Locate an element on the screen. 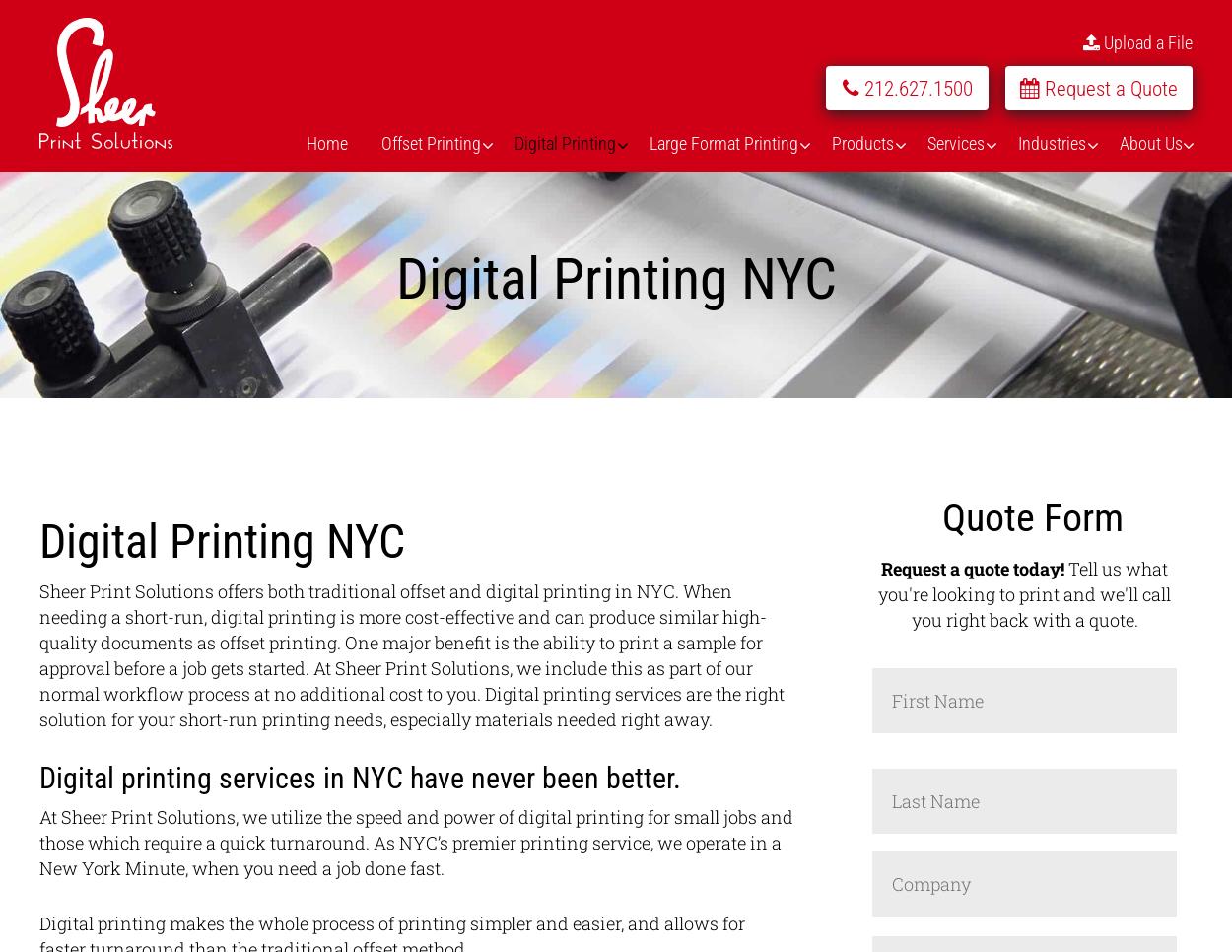 The image size is (1232, 952). 'Sheer Print Solutions offers both traditional offset and digital printing in NYC. When needing a short-run, digital printing is more cost-effective and can produce similar high-quality documents as offset printing. One major benefit is the ability to print a sample for approval before a job gets started. At Sheer Print Solutions, we include this as part of our normal workflow process at no additional cost to you. Digital printing services are the right solution for your short-run printing needs, especially materials needed right away.' is located at coordinates (411, 654).